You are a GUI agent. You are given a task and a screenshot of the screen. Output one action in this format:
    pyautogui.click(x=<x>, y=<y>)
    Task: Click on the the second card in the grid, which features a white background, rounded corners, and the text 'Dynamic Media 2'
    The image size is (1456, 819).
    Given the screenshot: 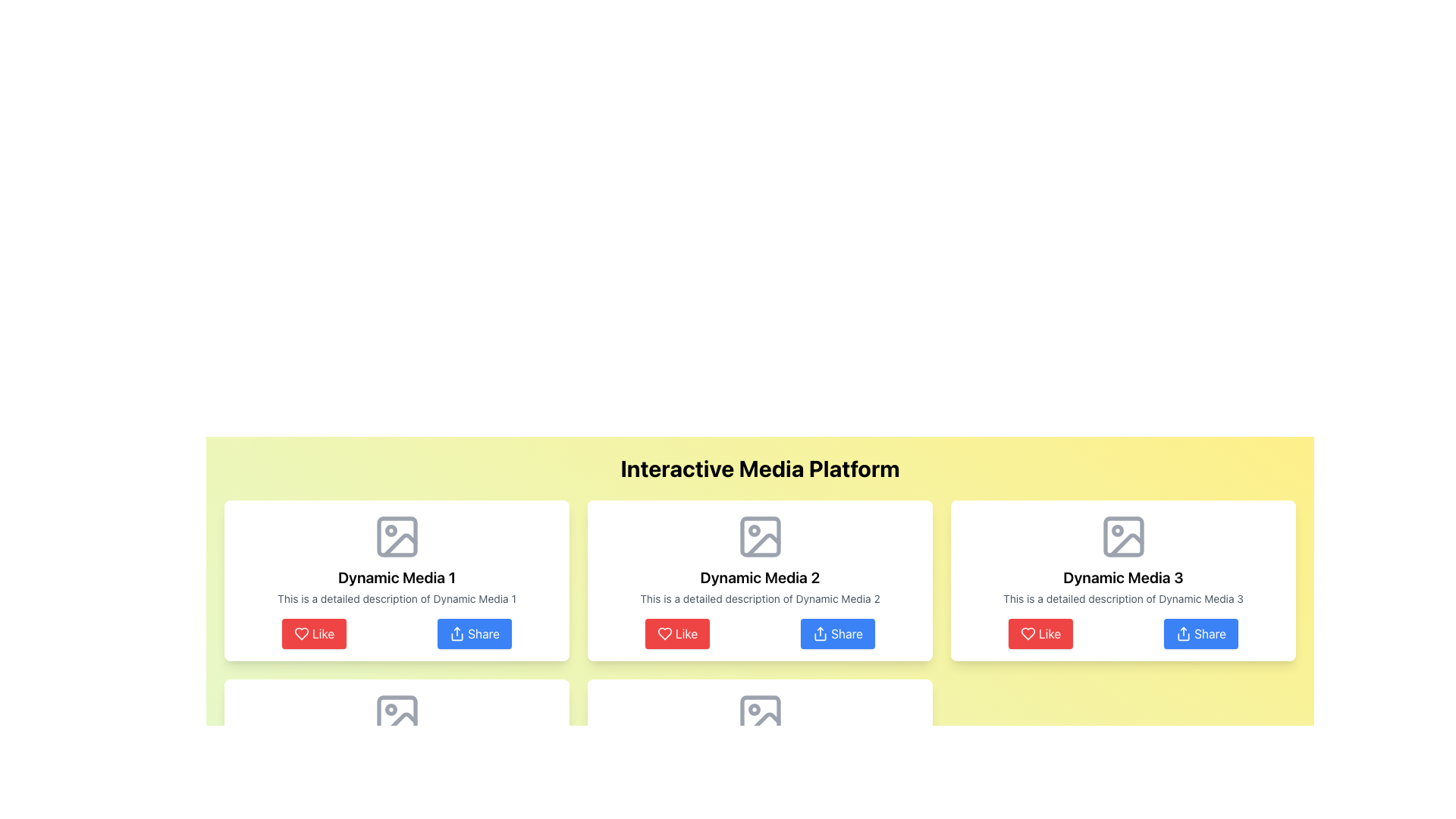 What is the action you would take?
    pyautogui.click(x=760, y=580)
    